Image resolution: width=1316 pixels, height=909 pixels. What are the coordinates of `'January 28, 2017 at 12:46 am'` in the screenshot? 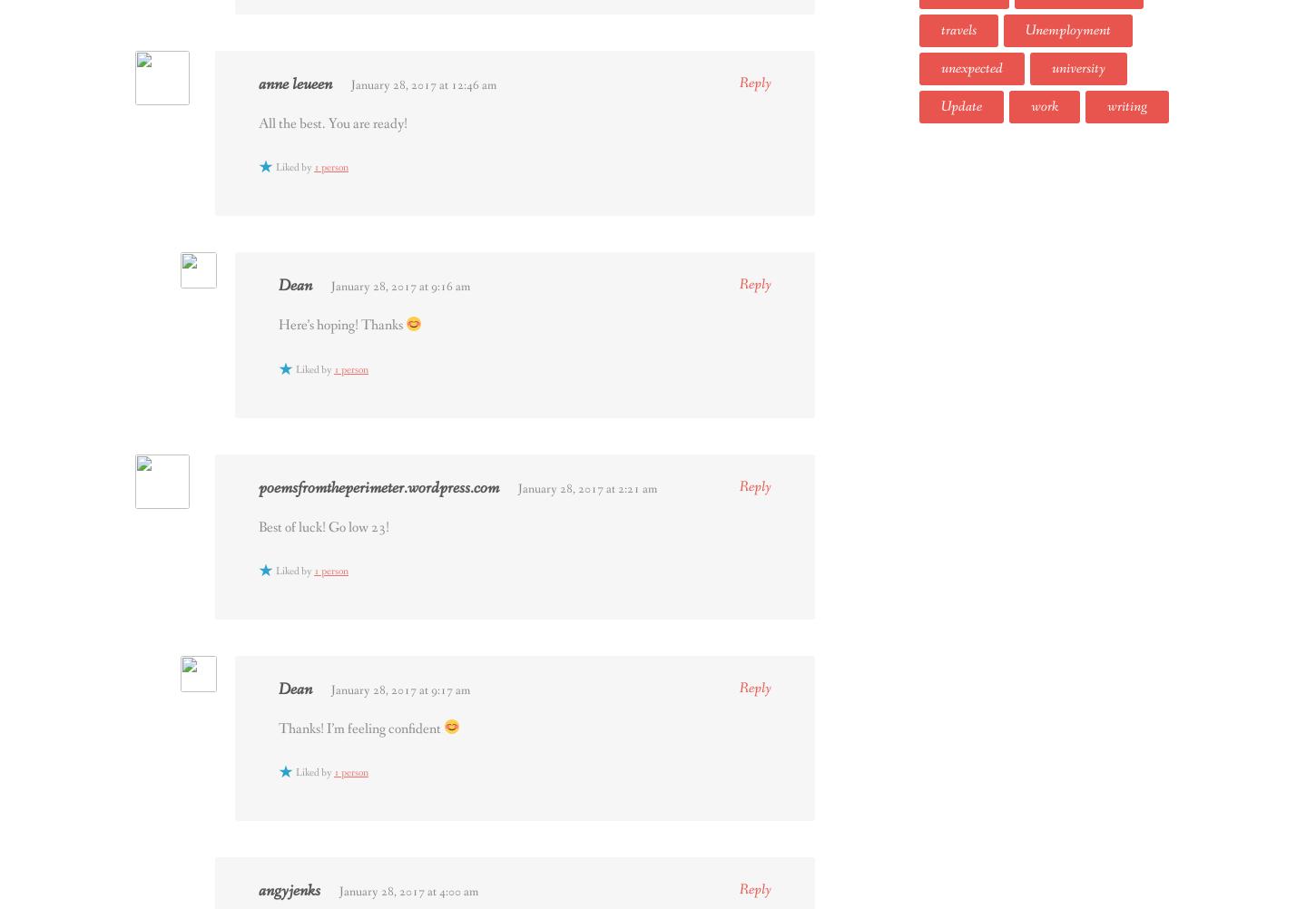 It's located at (423, 83).